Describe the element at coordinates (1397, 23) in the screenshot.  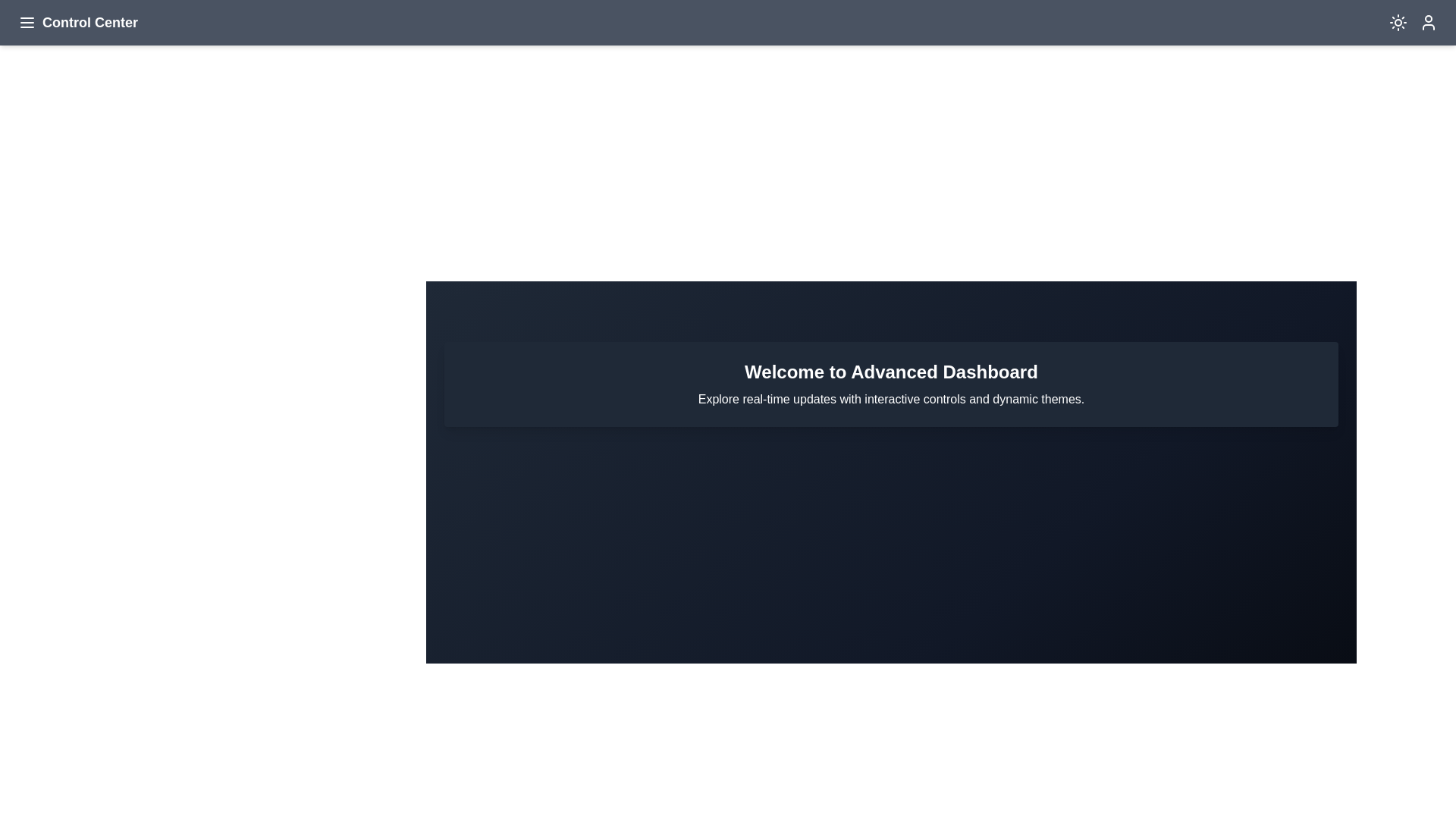
I see `the sun icon to toggle the theme to light mode` at that location.